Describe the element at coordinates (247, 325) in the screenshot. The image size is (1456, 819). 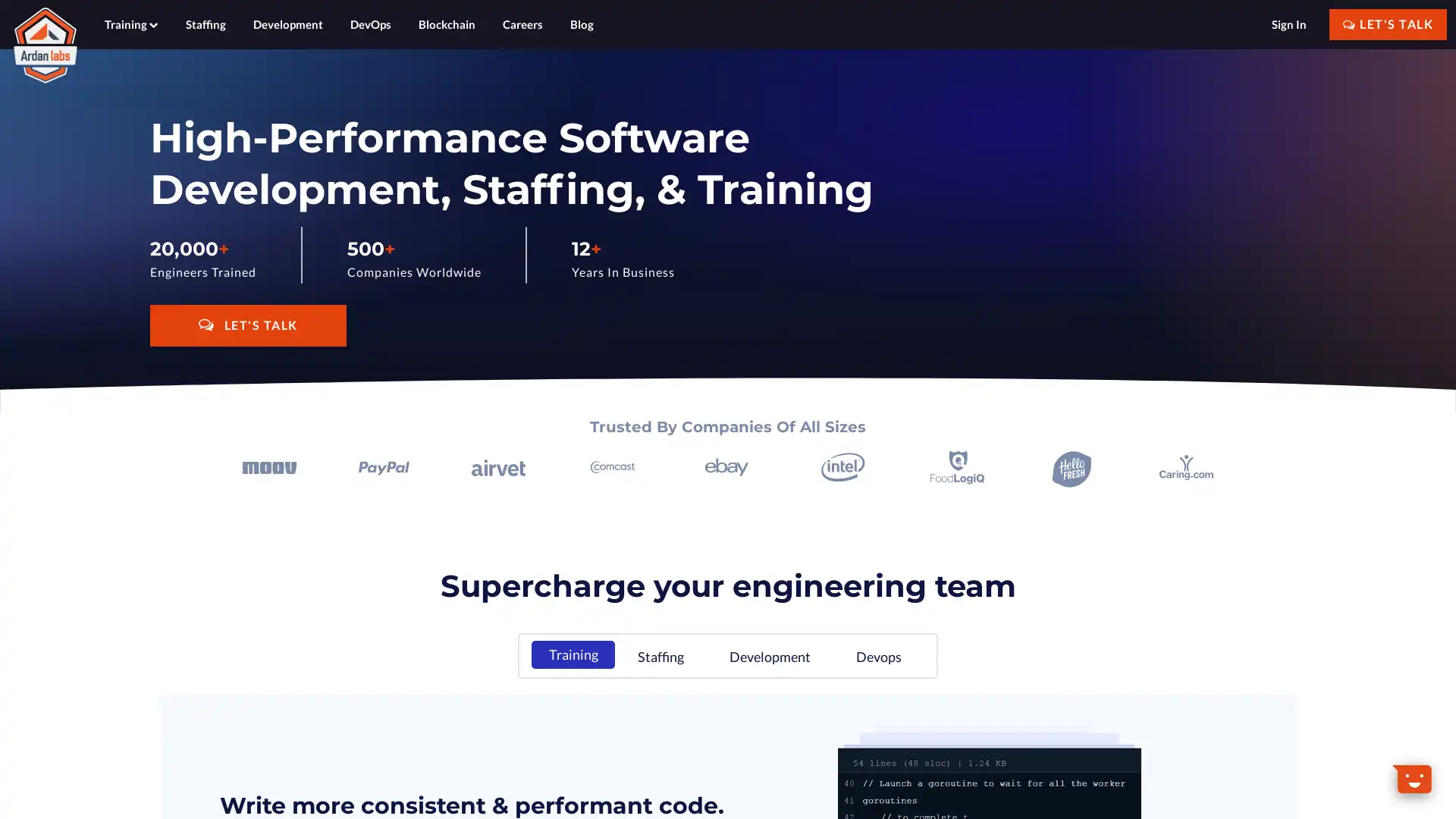
I see `LET'S TALK` at that location.